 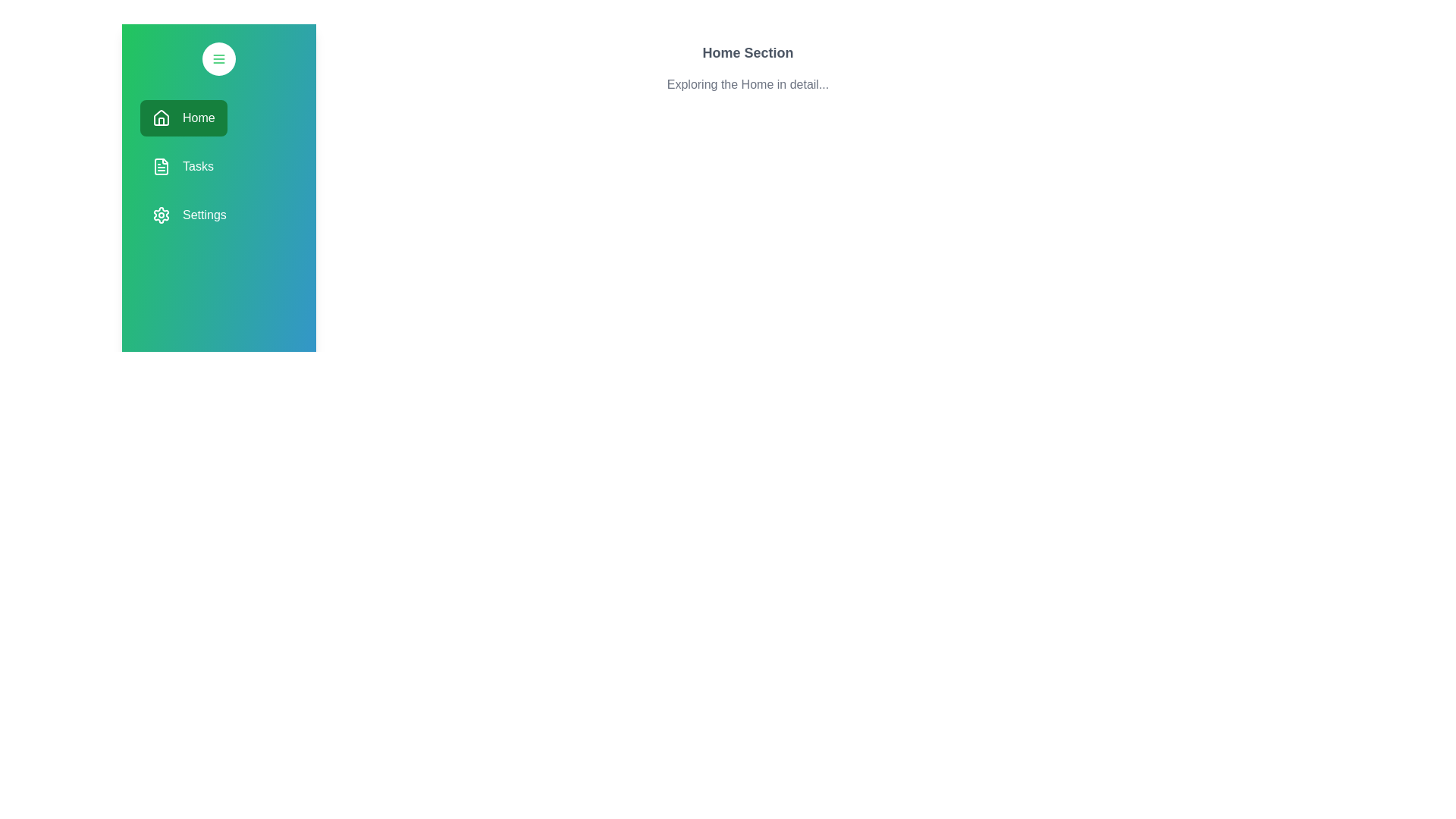 I want to click on the circular menu icon button located at the top of the vertical sidebar, so click(x=218, y=58).